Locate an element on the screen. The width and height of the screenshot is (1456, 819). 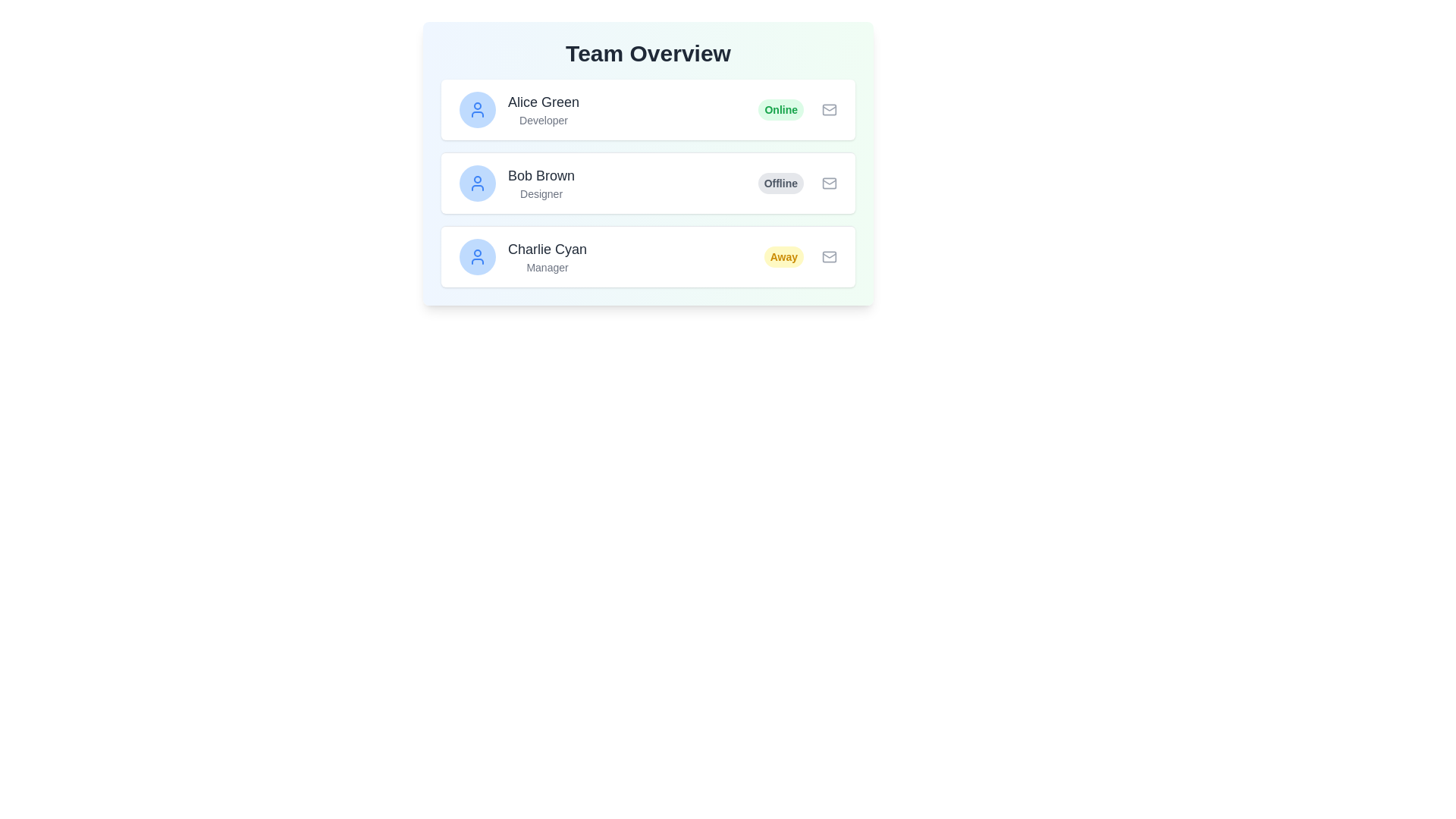
the labeled text component featuring 'Charlie Cyan' as the title and 'Manager' as the subtitle, located in the third card down under 'Team Overview' is located at coordinates (547, 256).